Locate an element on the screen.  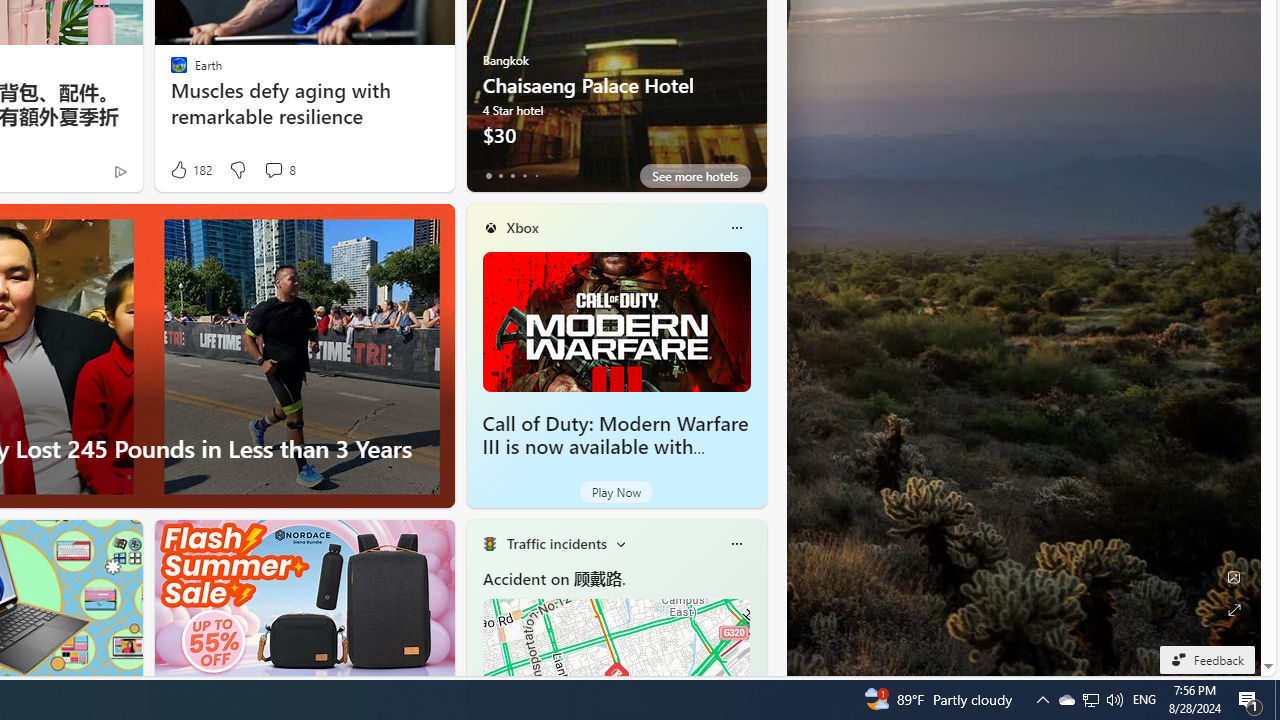
'Traffic Title Traffic Light' is located at coordinates (489, 543).